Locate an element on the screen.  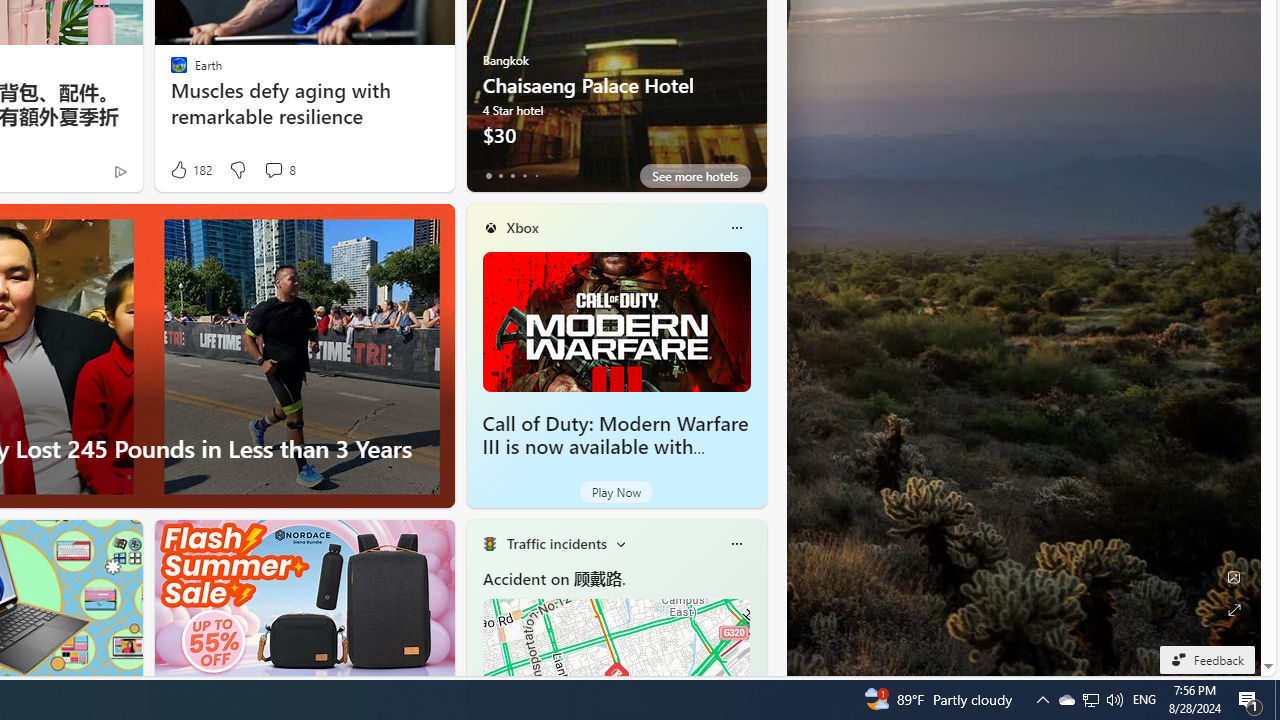
'Traffic Title Traffic Light' is located at coordinates (489, 543).